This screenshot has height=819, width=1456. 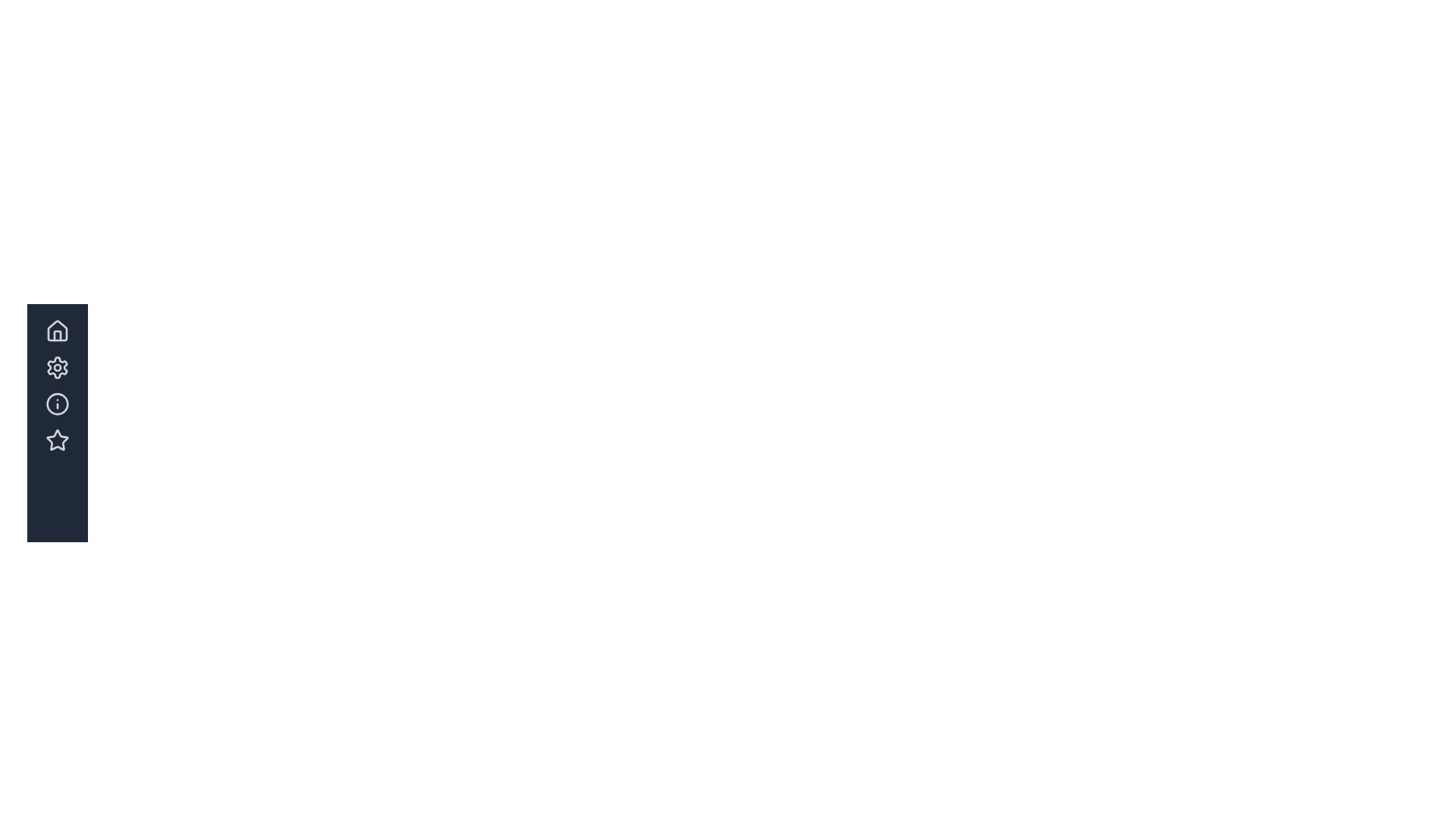 I want to click on the gear icon button on the dark vertical sidebar, so click(x=58, y=368).